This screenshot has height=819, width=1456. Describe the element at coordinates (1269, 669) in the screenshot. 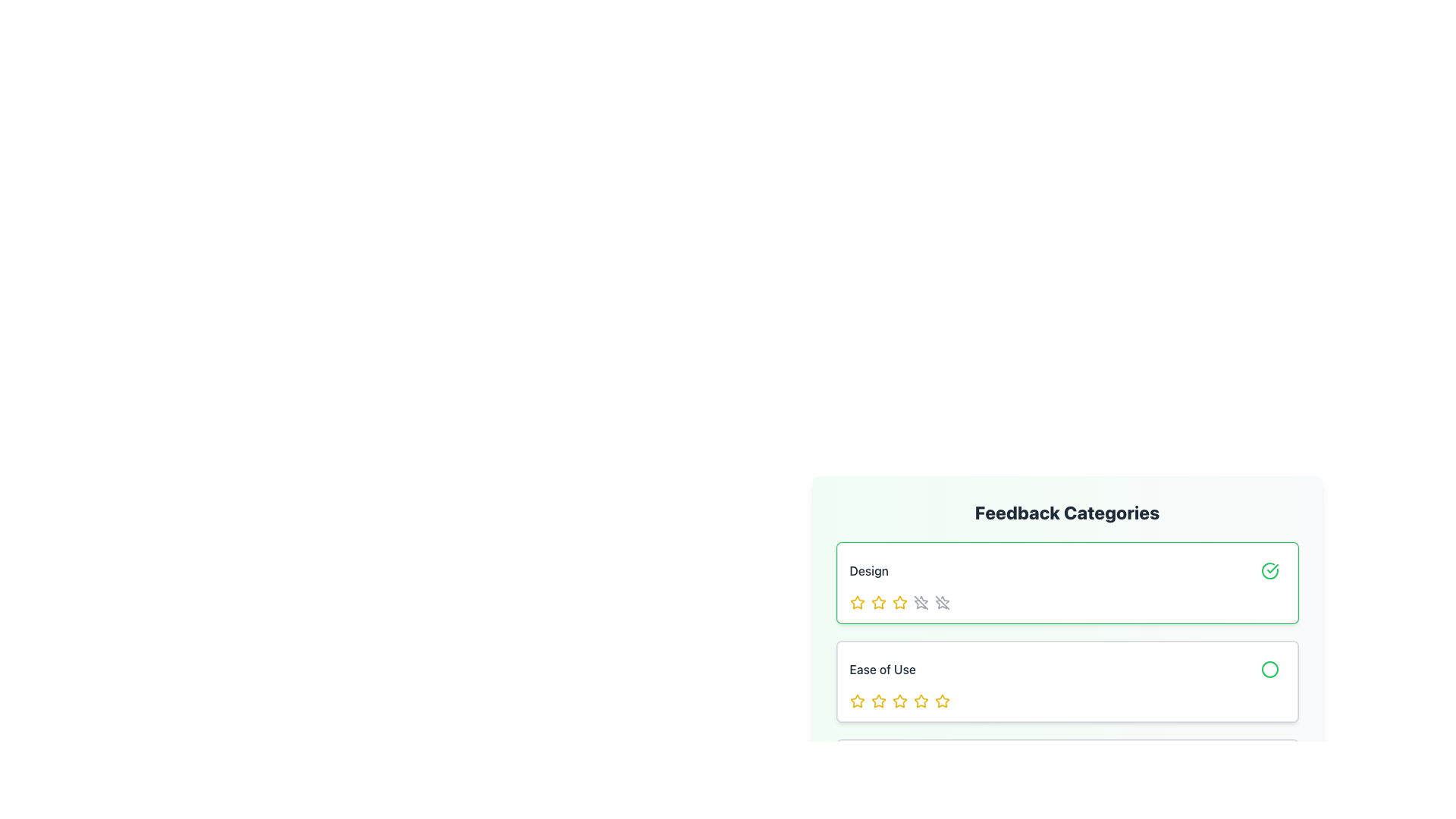

I see `the circular icon with a green border and dot, located at the rightmost end of the 'Ease of Use' row` at that location.